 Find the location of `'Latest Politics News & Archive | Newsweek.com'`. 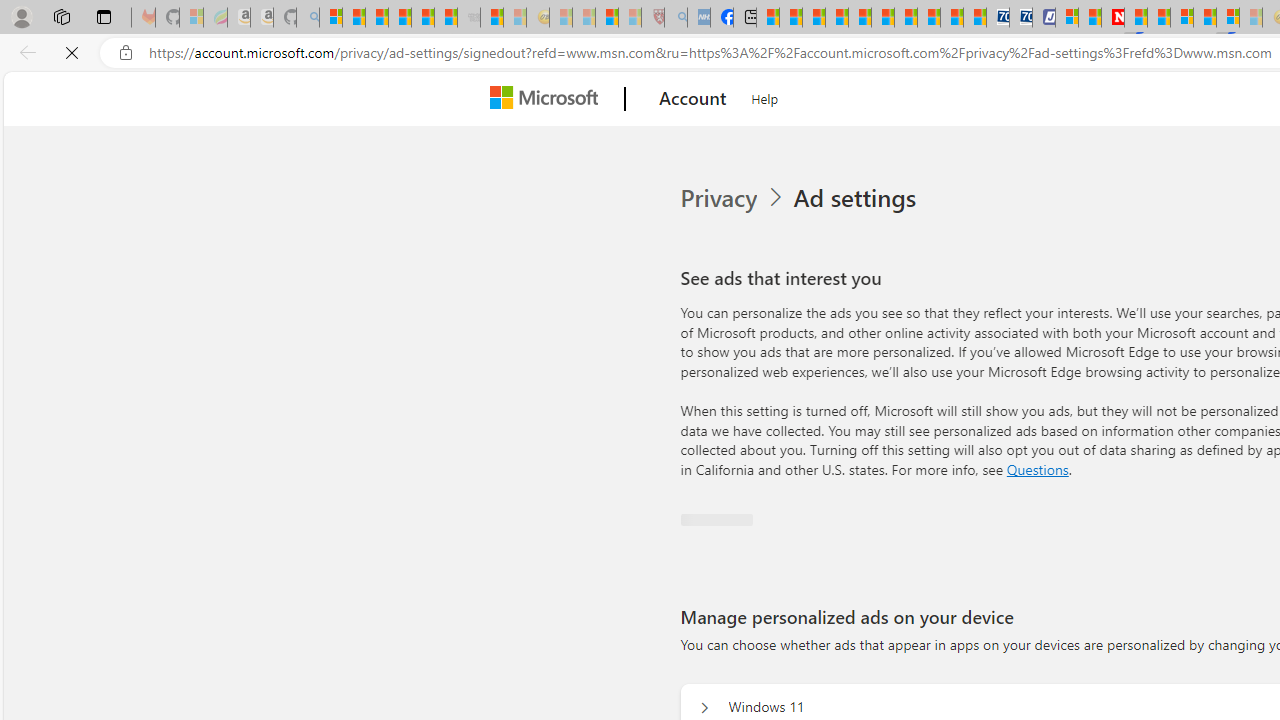

'Latest Politics News & Archive | Newsweek.com' is located at coordinates (1111, 17).